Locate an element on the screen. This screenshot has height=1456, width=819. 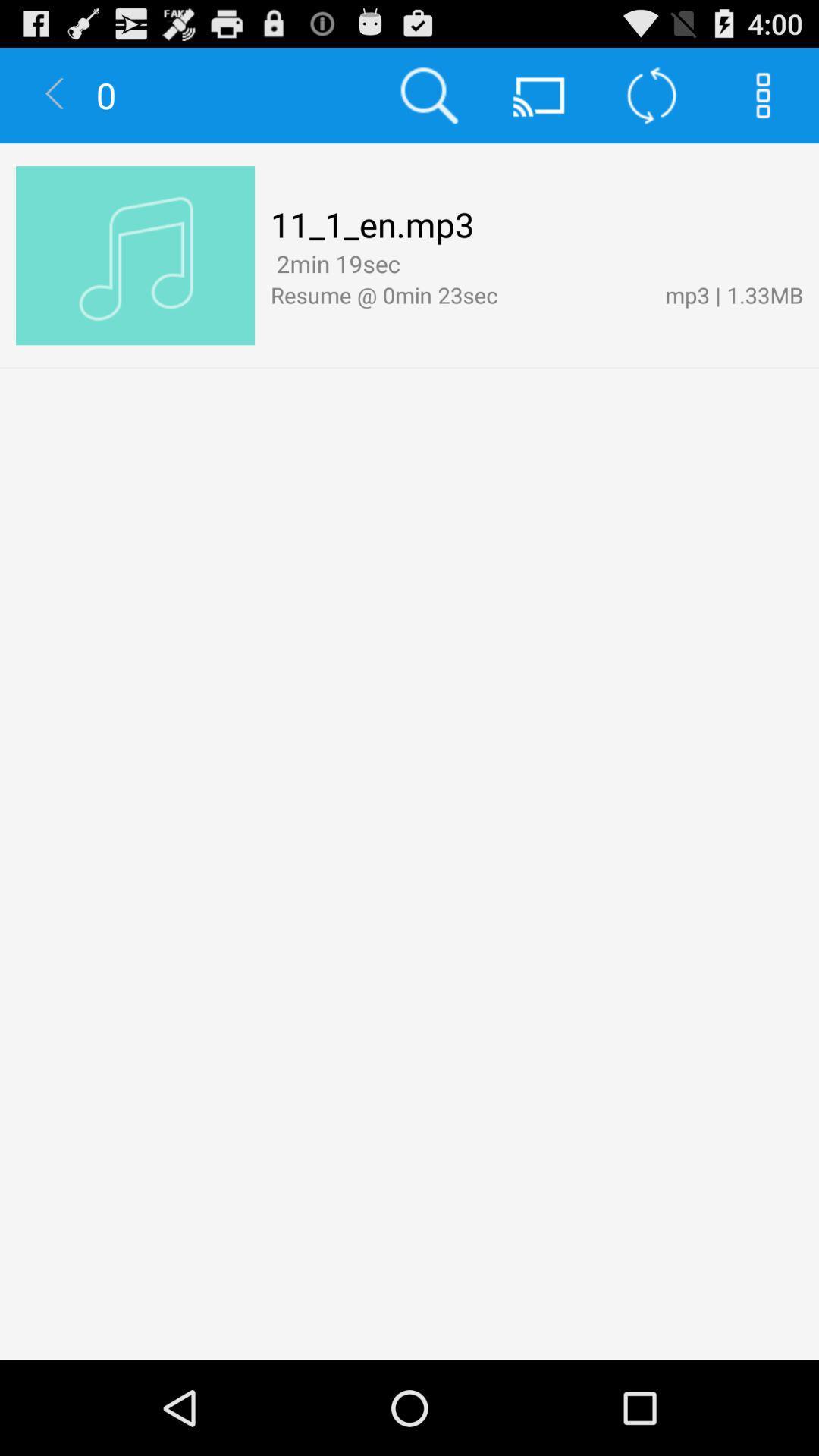
second button from top right corner is located at coordinates (651, 94).